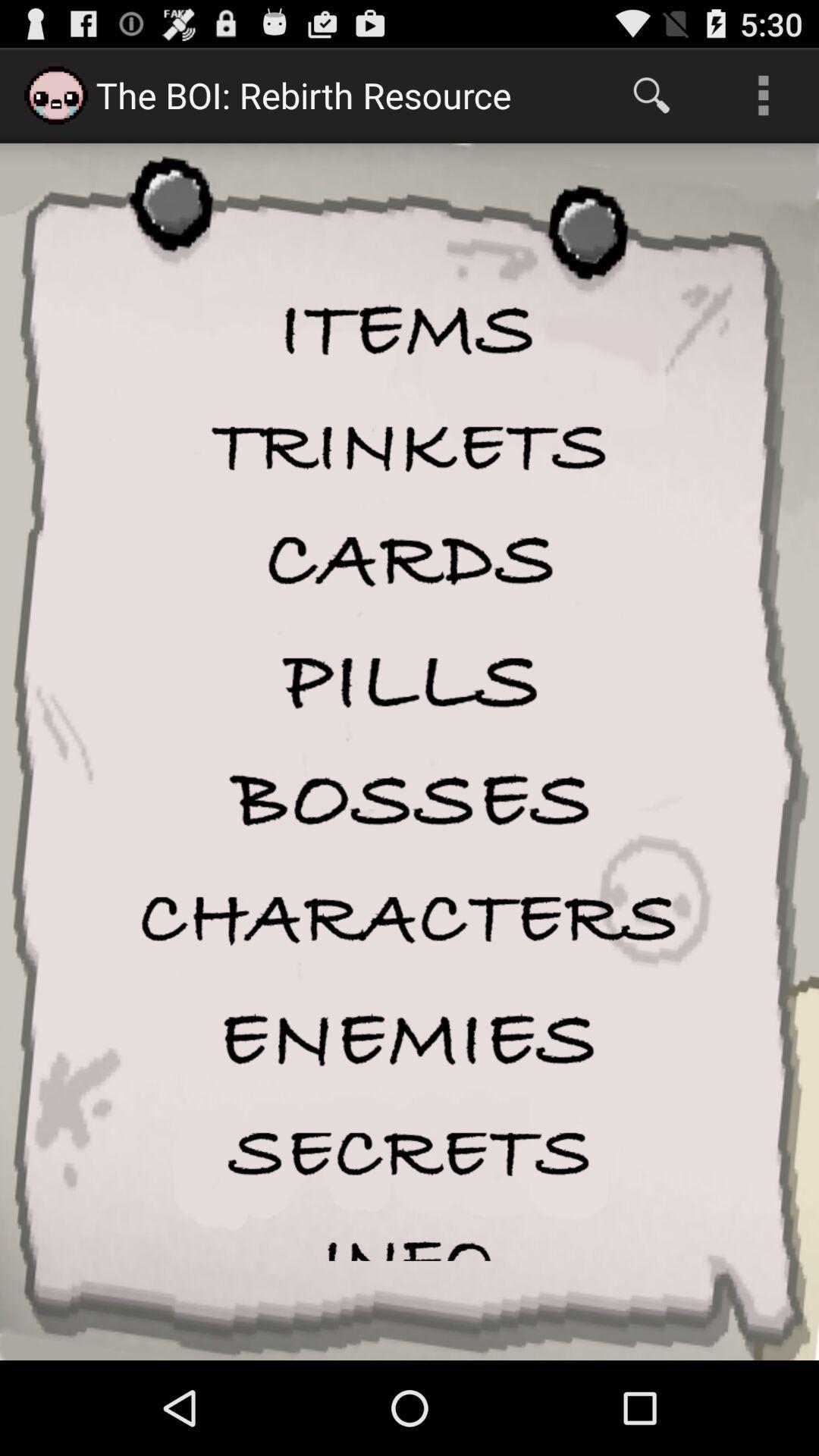  What do you see at coordinates (409, 331) in the screenshot?
I see `see a list of items` at bounding box center [409, 331].